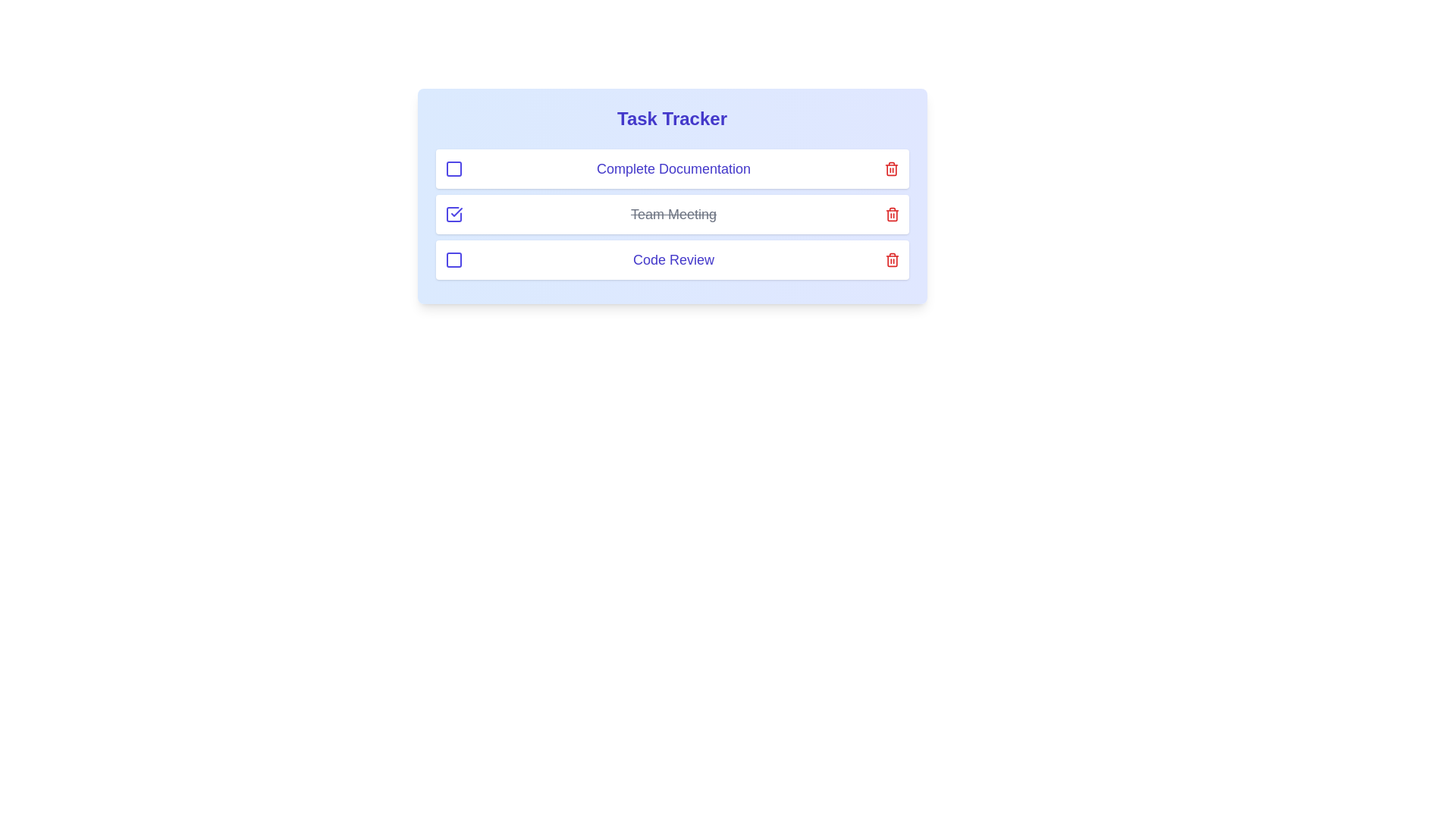 This screenshot has height=819, width=1456. I want to click on the first checkbox in the task tracking panel, so click(453, 169).